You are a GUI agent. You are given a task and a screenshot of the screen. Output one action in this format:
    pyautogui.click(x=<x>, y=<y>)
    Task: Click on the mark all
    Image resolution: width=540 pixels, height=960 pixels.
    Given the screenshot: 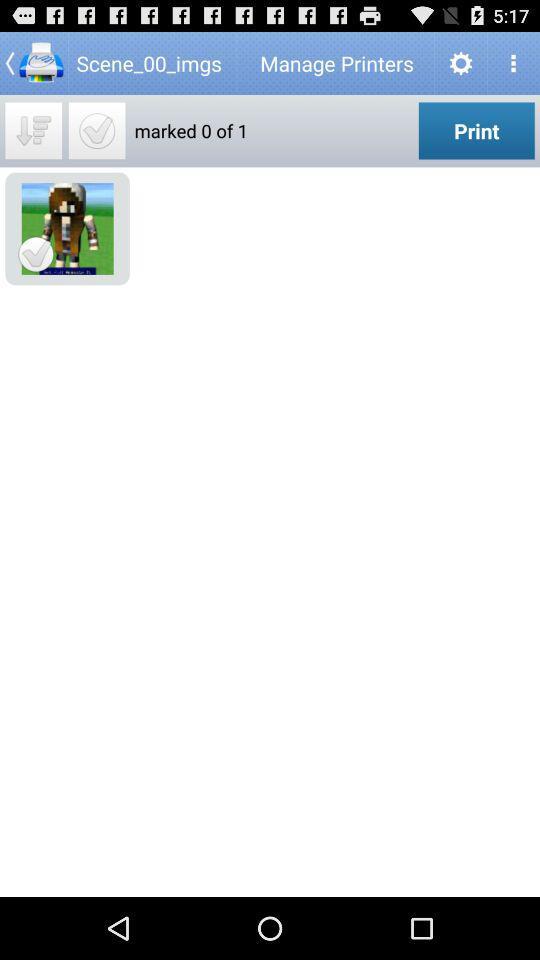 What is the action you would take?
    pyautogui.click(x=96, y=129)
    